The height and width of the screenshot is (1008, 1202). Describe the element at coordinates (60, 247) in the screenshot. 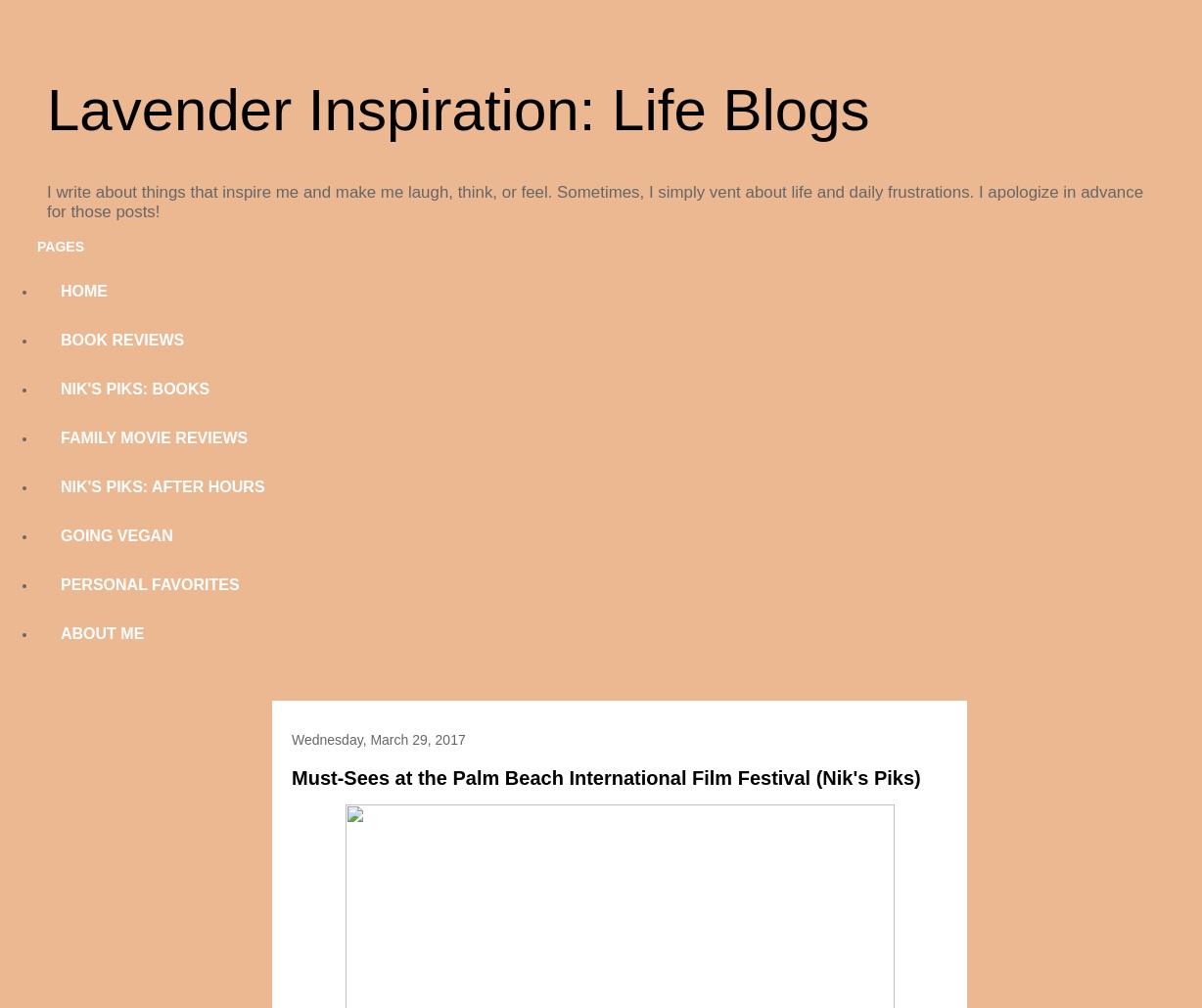

I see `'PAGES'` at that location.